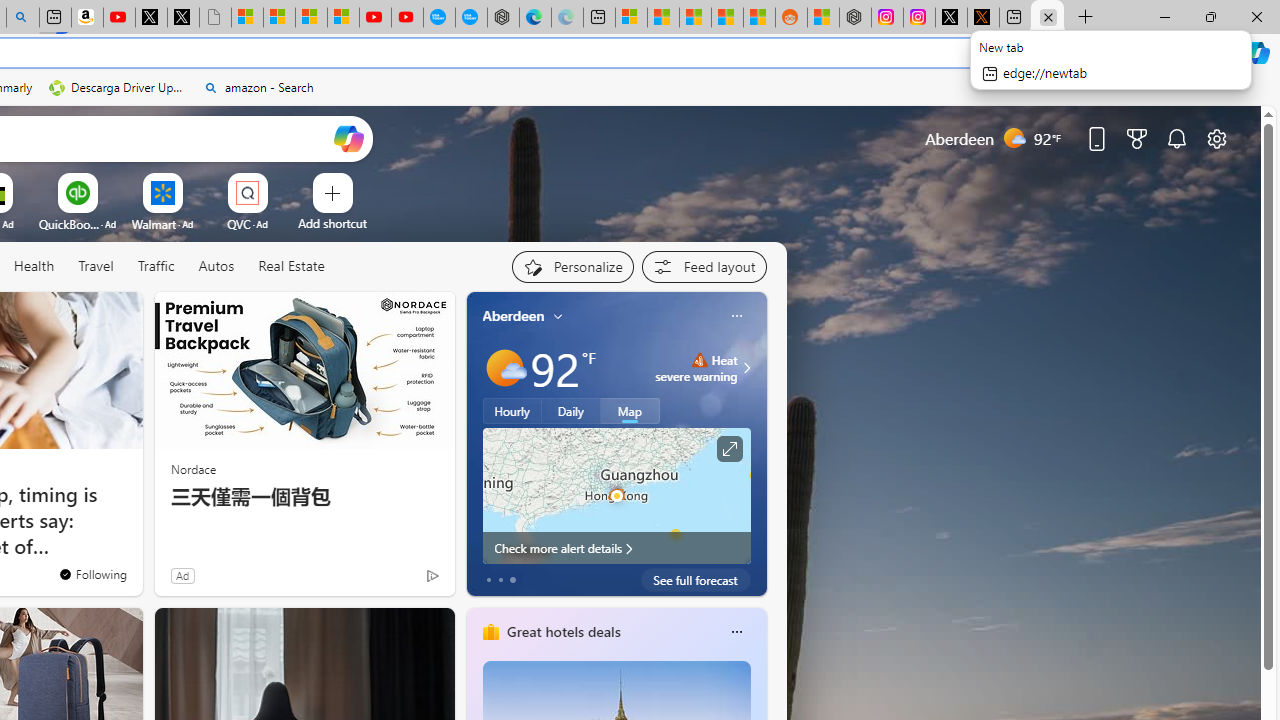 This screenshot has width=1280, height=720. I want to click on 'help.x.com | 524: A timeout occurred', so click(983, 17).